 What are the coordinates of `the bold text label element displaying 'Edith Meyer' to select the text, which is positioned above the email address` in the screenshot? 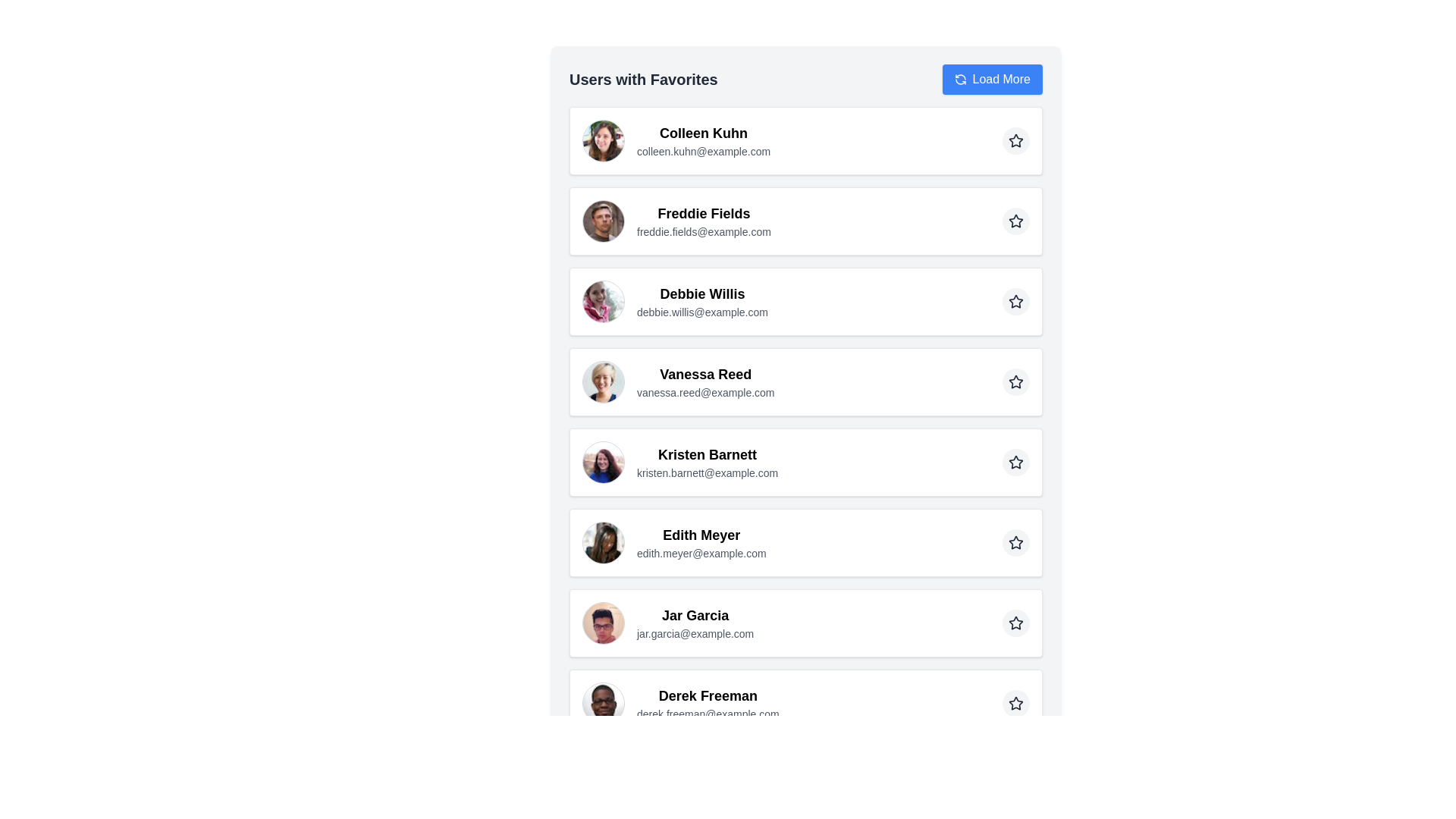 It's located at (701, 534).